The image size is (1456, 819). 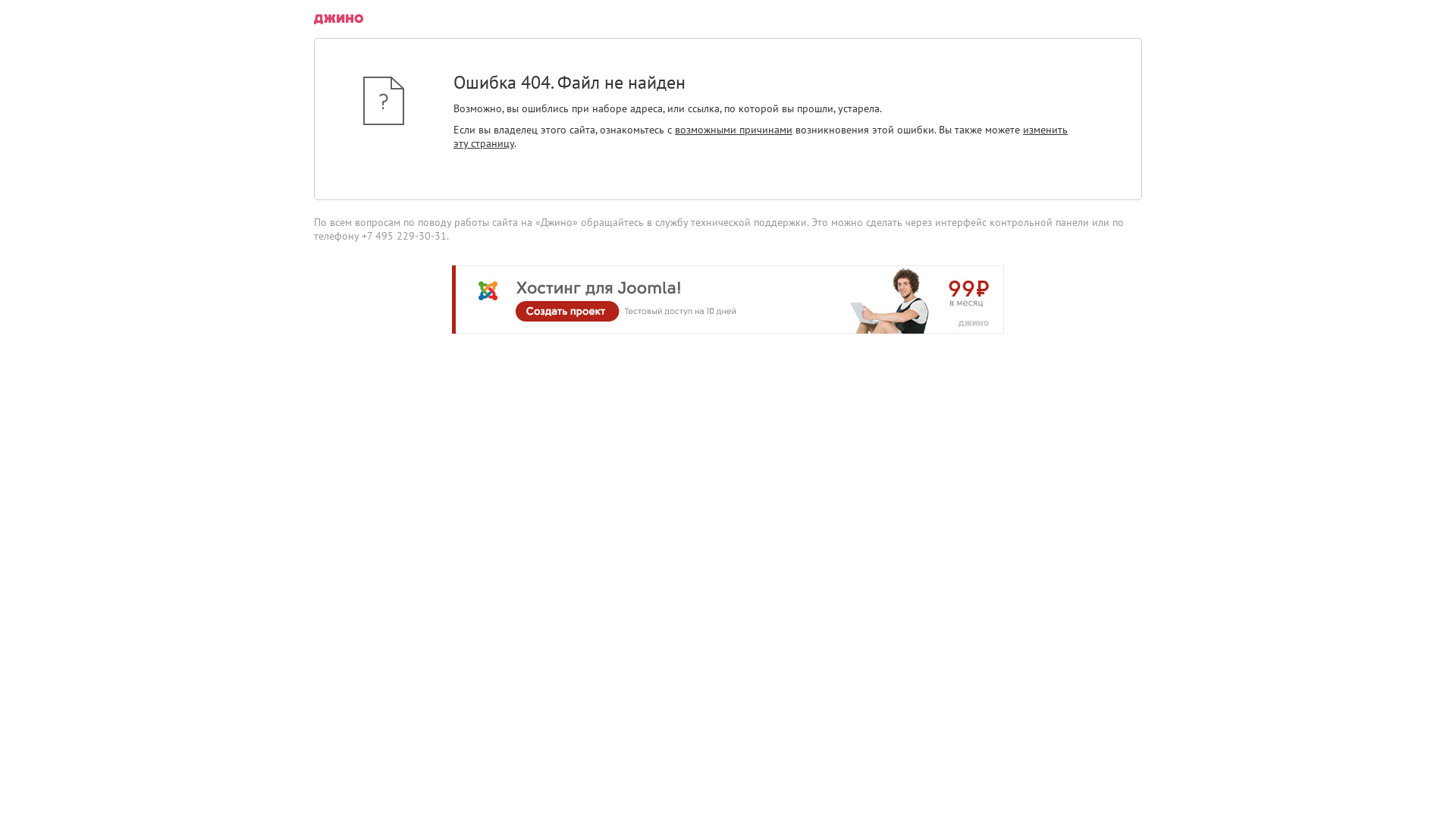 I want to click on '+7 495 229-30-31', so click(x=403, y=236).